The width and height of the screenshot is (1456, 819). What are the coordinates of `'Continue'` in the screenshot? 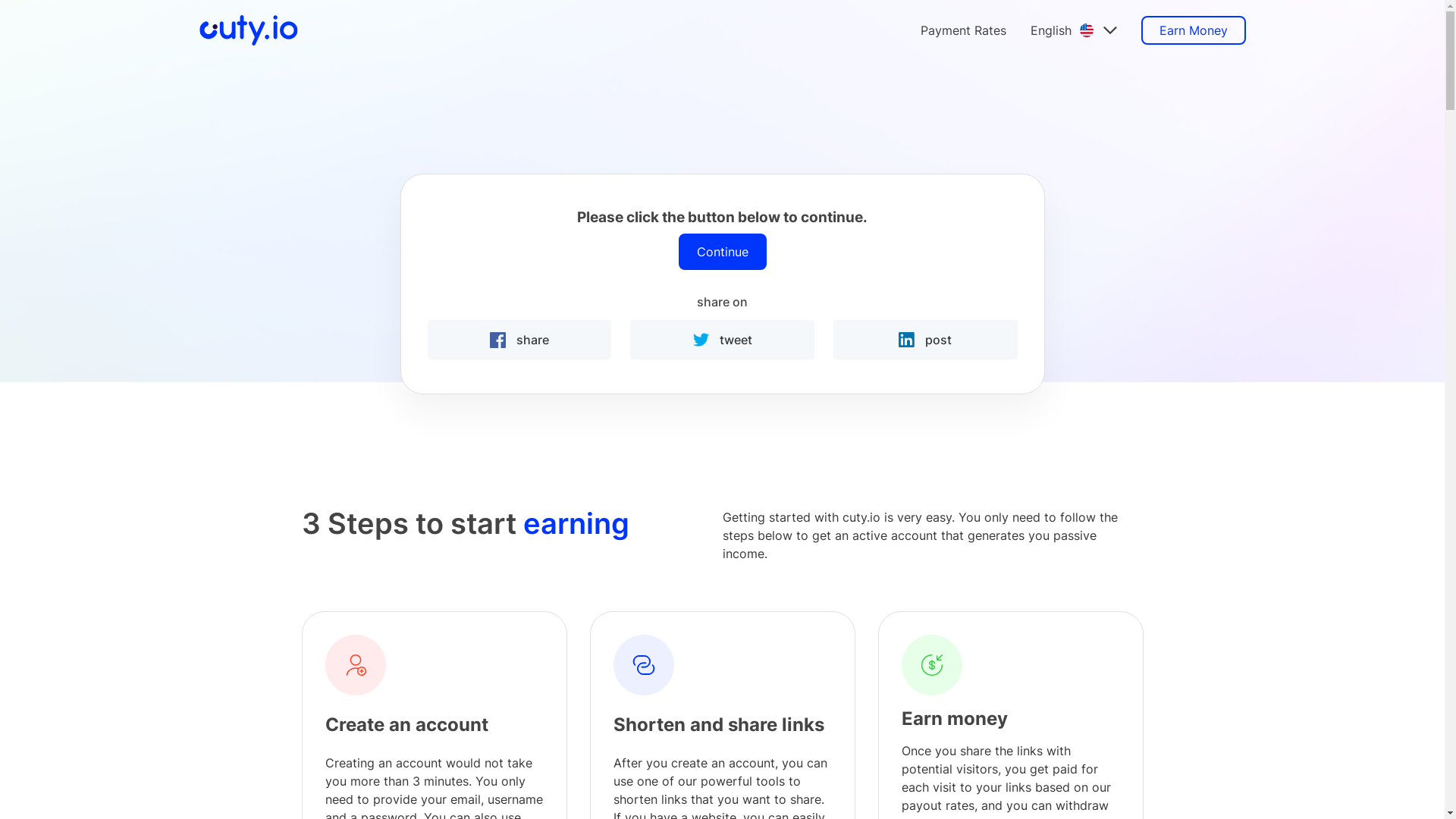 It's located at (676, 250).